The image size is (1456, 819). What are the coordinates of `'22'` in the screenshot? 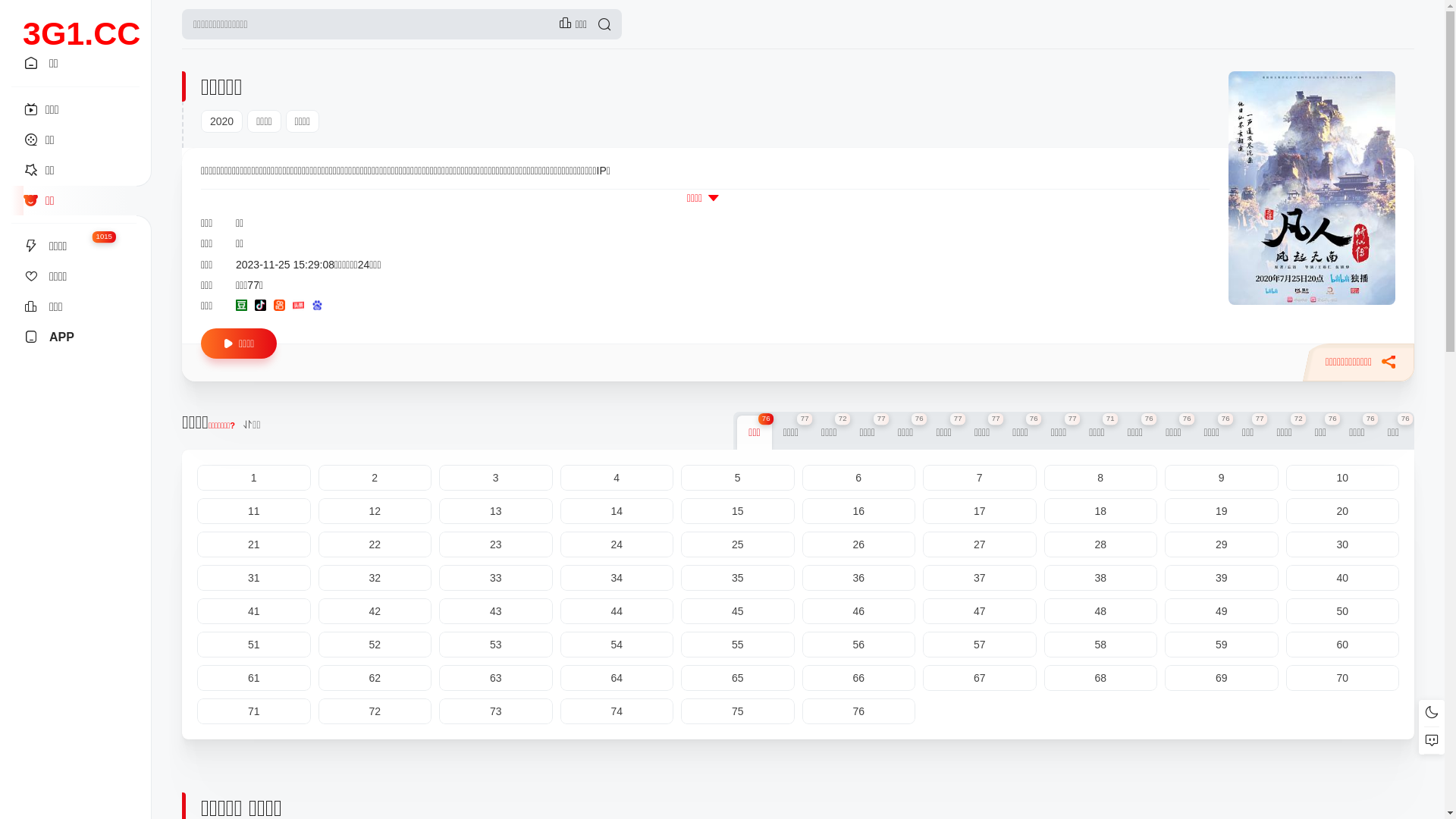 It's located at (375, 543).